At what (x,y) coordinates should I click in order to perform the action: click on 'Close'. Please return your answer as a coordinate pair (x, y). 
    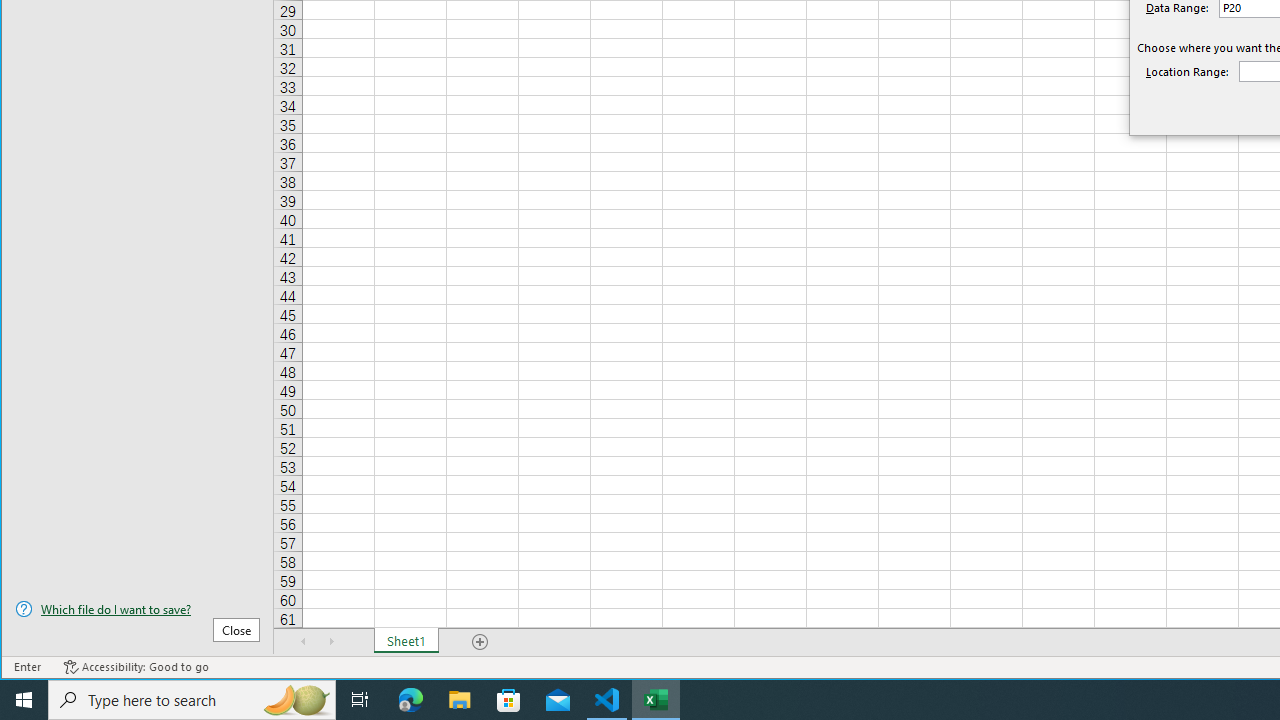
    Looking at the image, I should click on (236, 630).